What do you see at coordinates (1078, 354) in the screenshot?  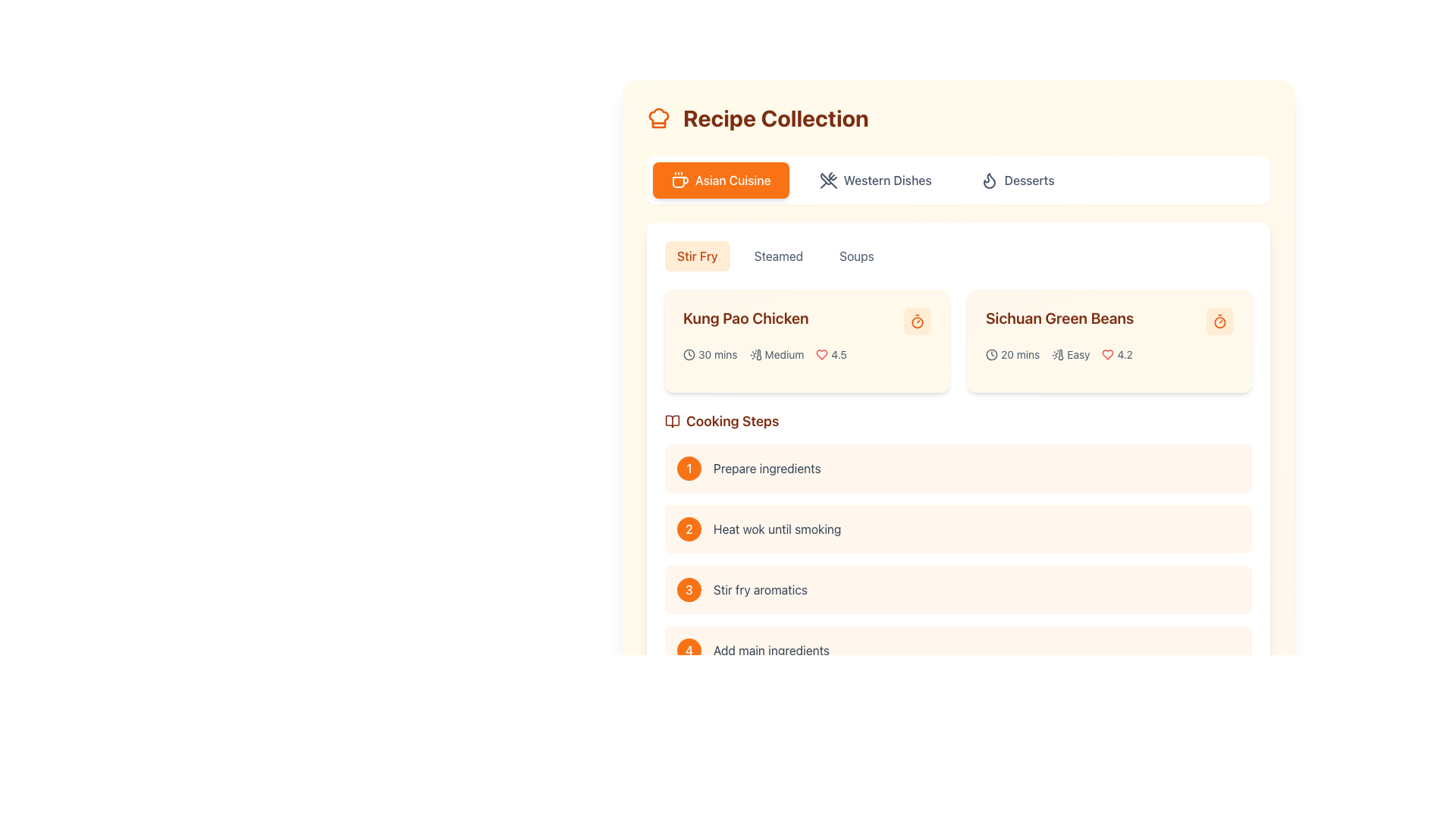 I see `the difficulty level label for the 'Sichuan Green Beans' recipe, which is located to the right of the thermometer icon and above the star rating` at bounding box center [1078, 354].